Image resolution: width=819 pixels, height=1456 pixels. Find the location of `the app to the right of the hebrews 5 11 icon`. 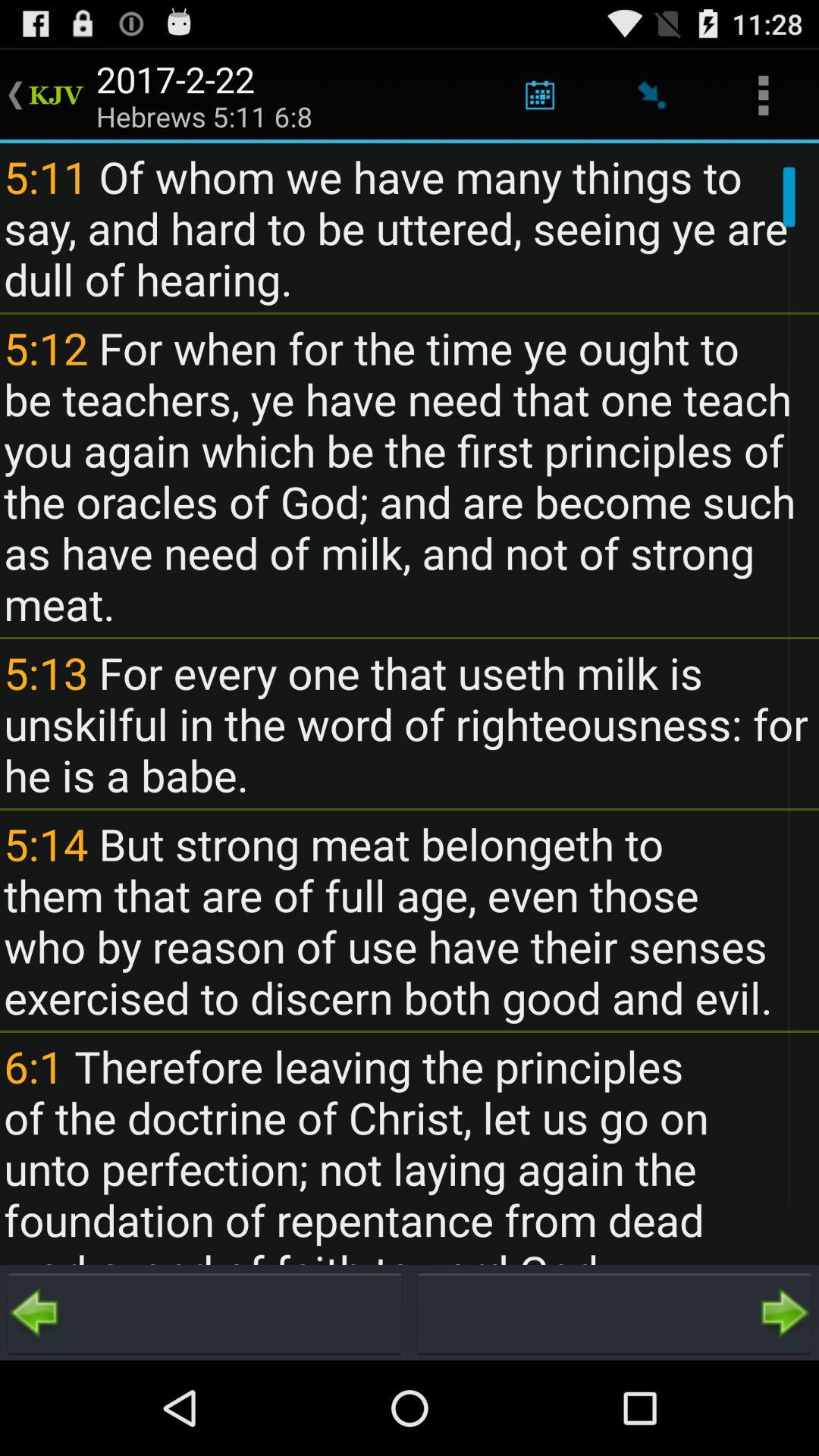

the app to the right of the hebrews 5 11 icon is located at coordinates (539, 94).